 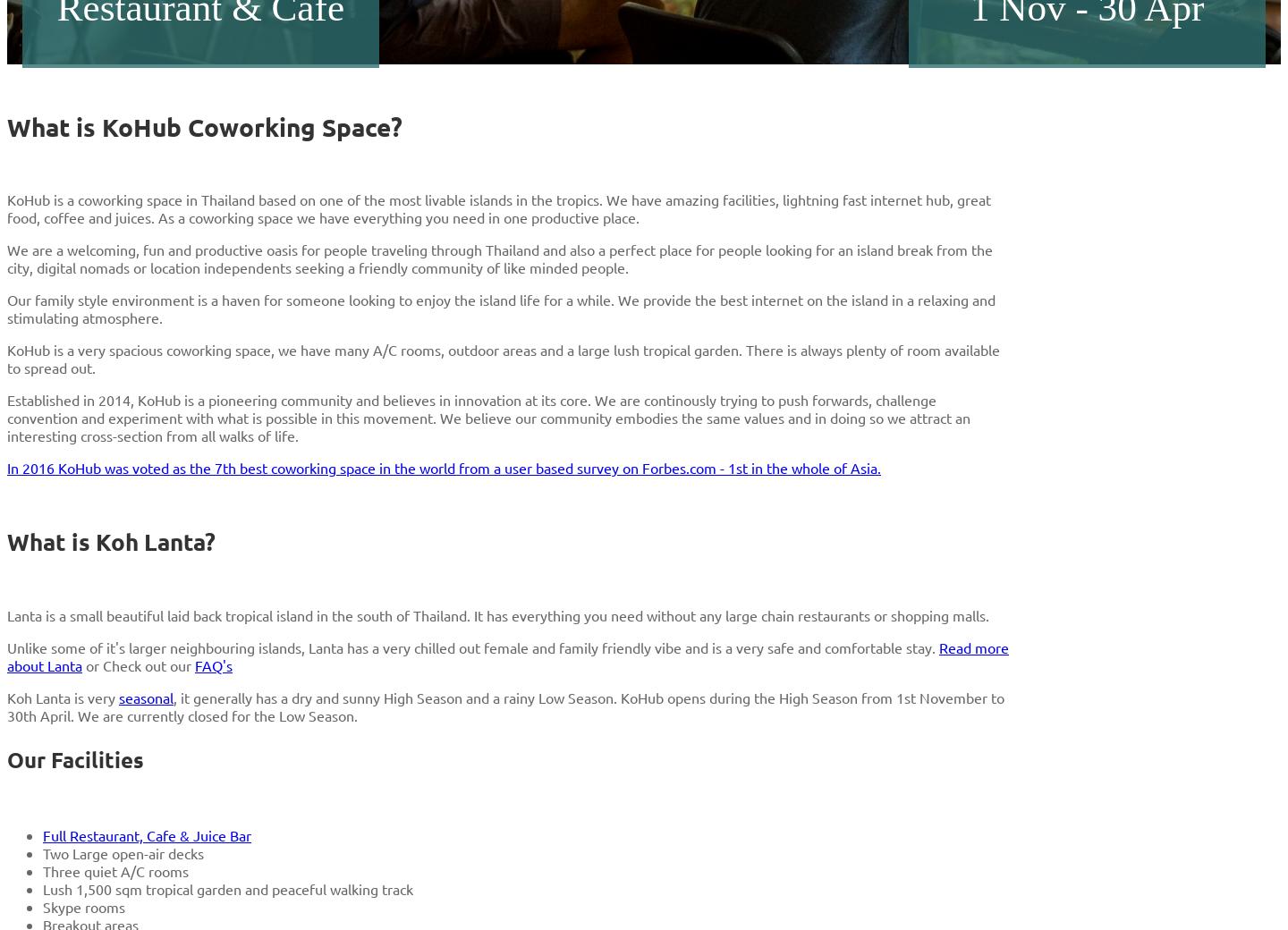 I want to click on 'seasonal', so click(x=145, y=697).